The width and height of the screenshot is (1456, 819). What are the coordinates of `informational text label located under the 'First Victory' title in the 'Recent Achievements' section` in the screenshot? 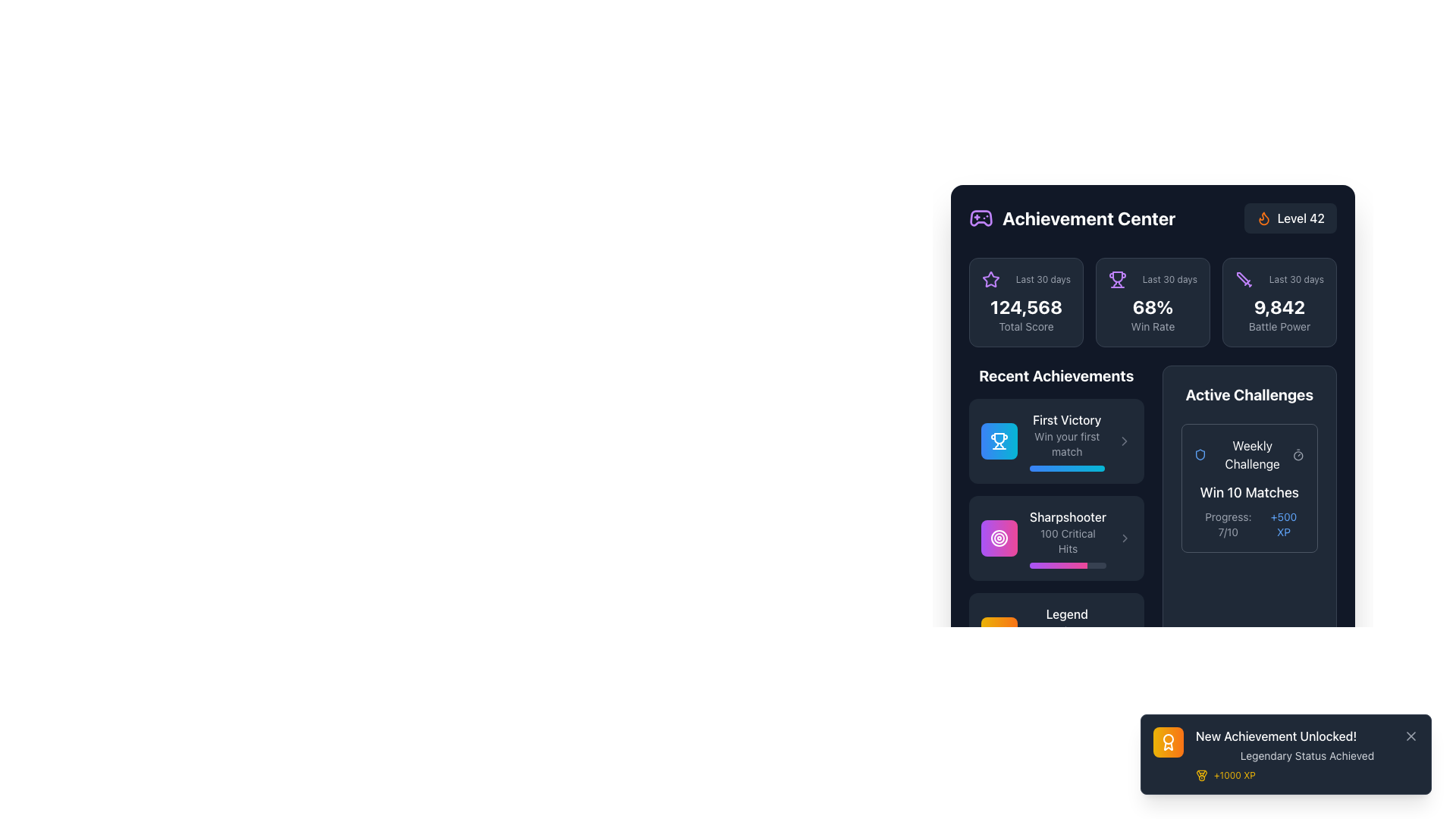 It's located at (1066, 444).